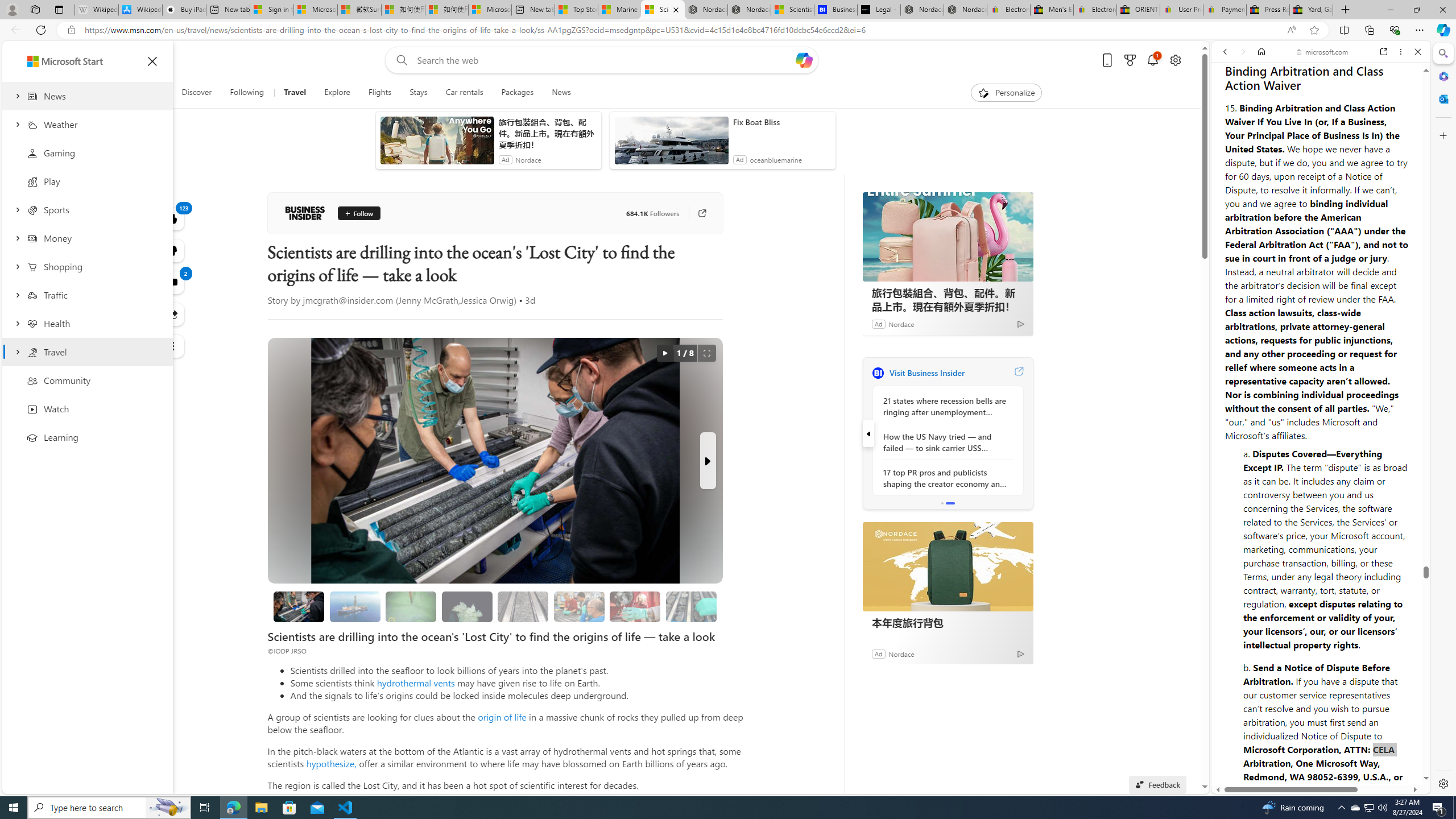 This screenshot has width=1456, height=819. What do you see at coordinates (707, 460) in the screenshot?
I see `'Next Slide'` at bounding box center [707, 460].